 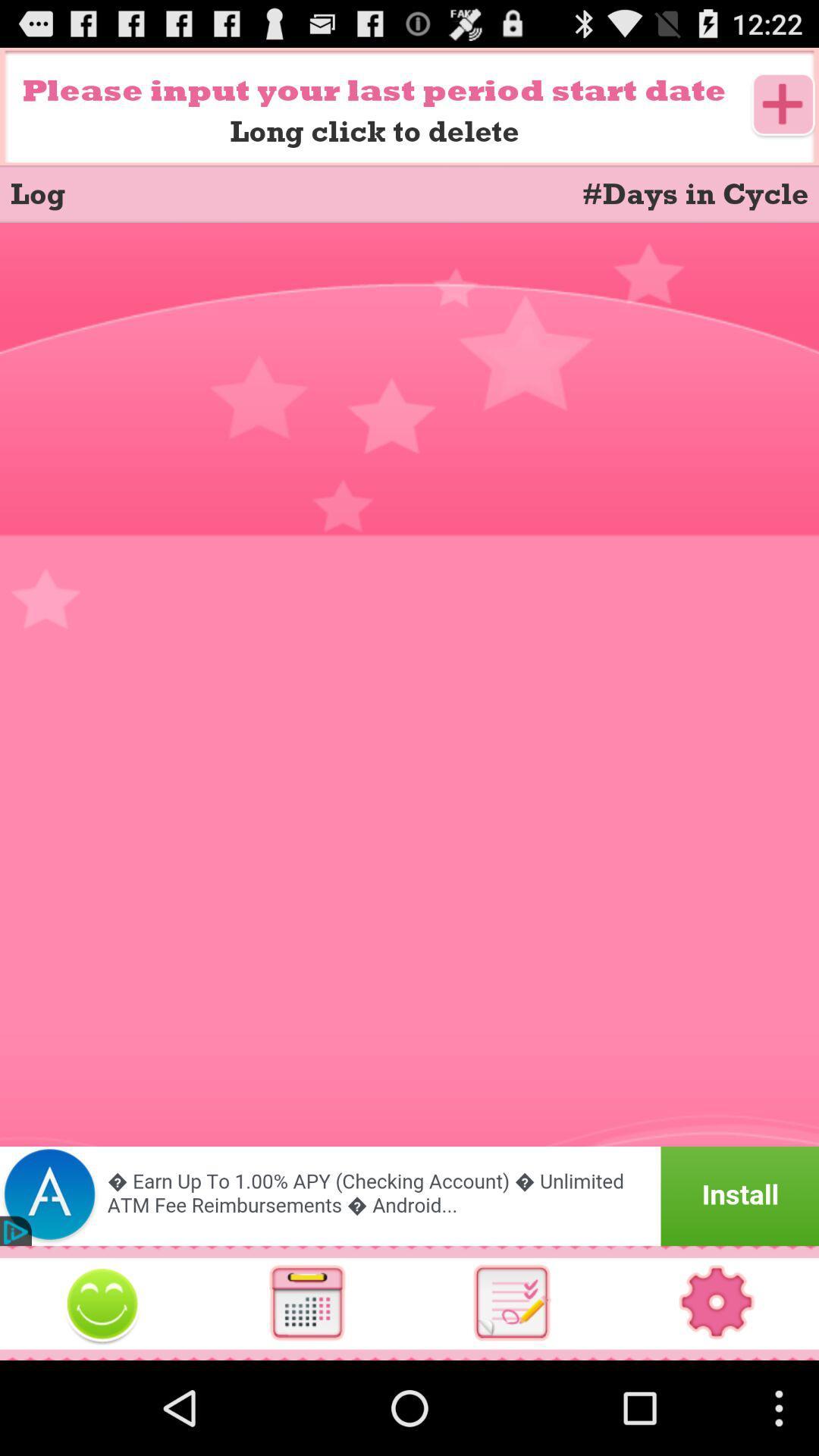 What do you see at coordinates (512, 1302) in the screenshot?
I see `annotations` at bounding box center [512, 1302].